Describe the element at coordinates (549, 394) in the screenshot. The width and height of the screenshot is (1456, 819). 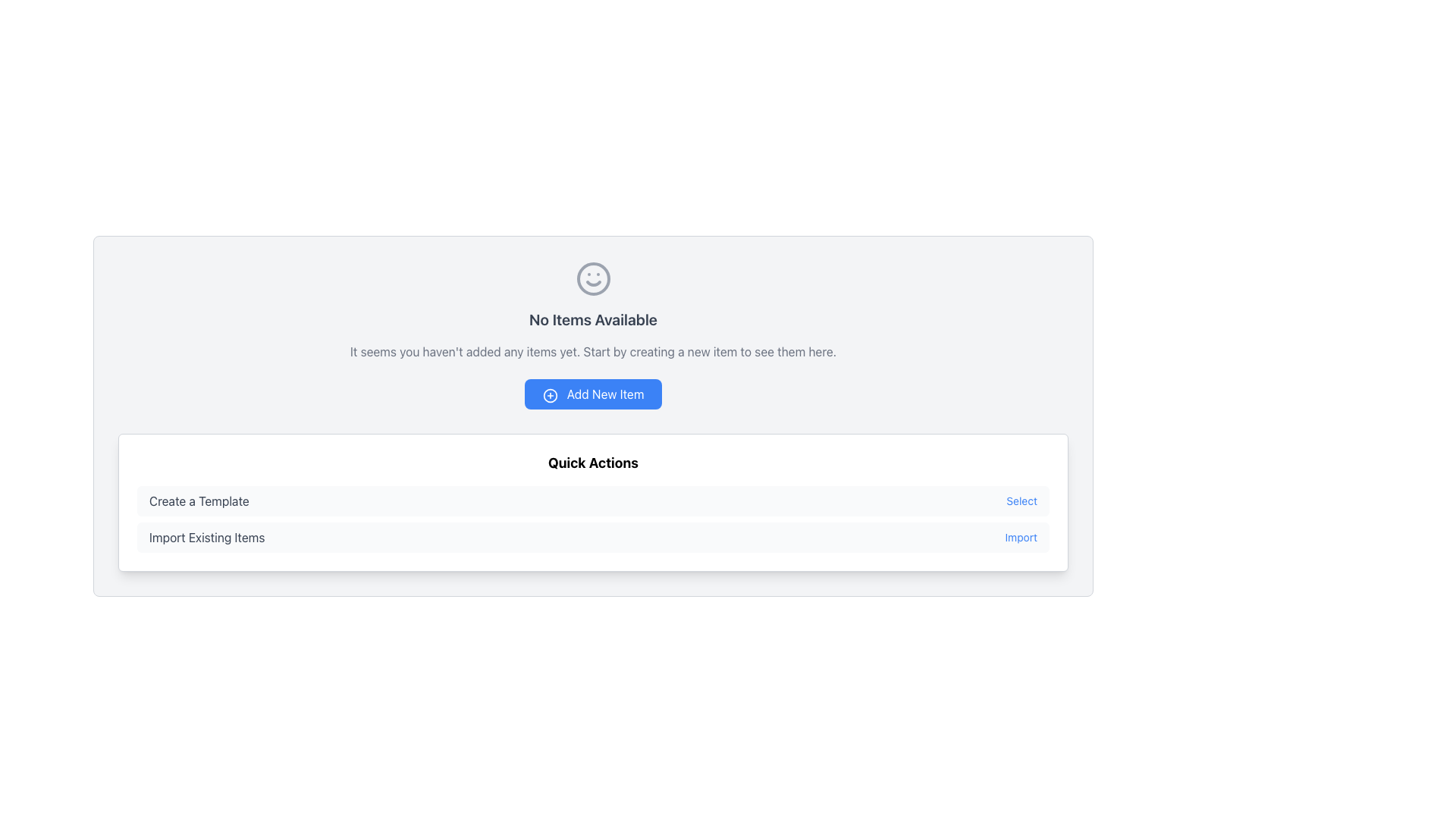
I see `the 'Add New Item' button which is located centrally below the 'No Items Available' message and has a circular icon with a plus sign on its left side` at that location.